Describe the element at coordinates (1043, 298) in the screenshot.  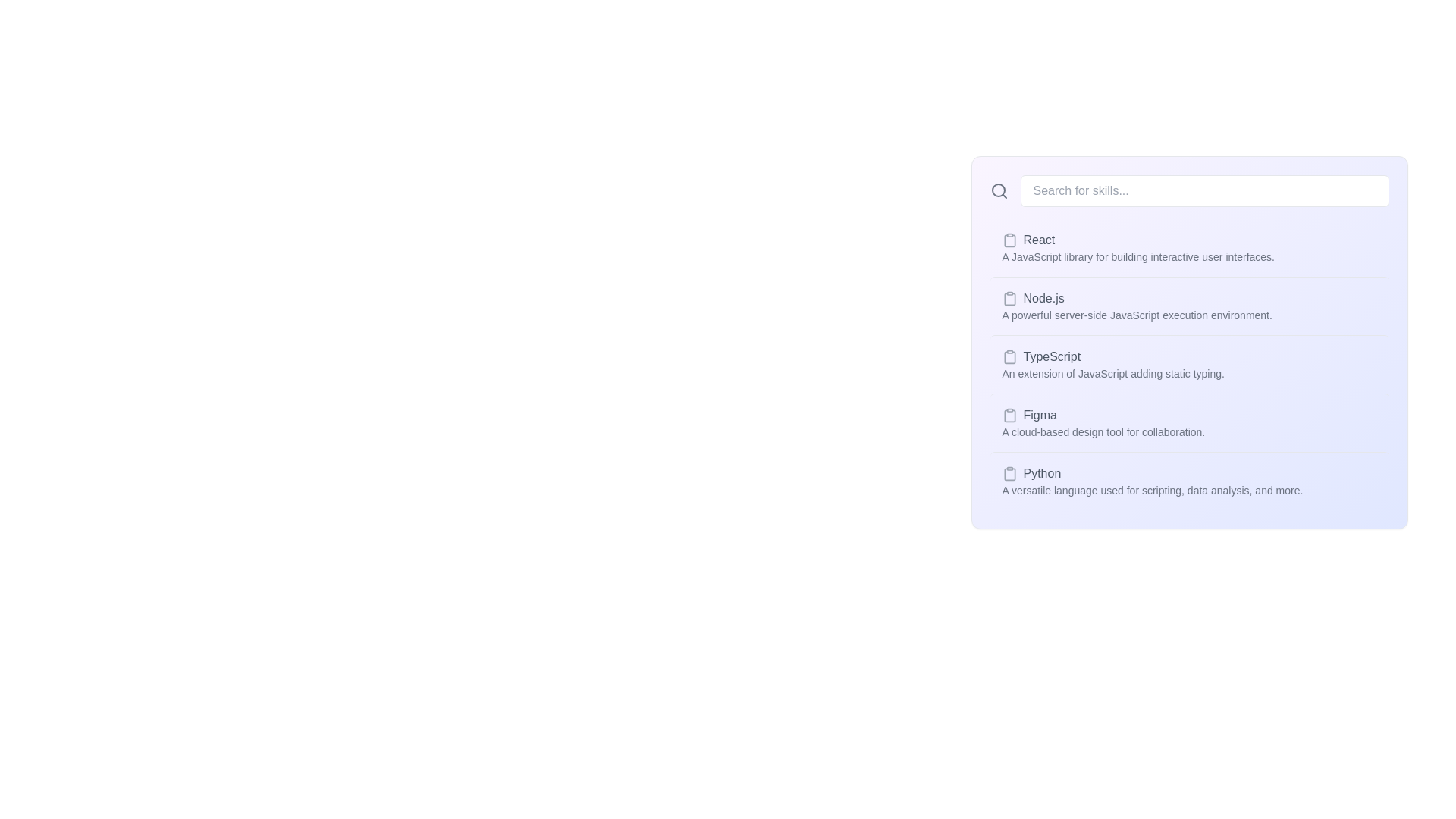
I see `the 'Node.js' text label element, which is styled with a medium-sized font and gray color, located in a vertical list adjacent to a clipboard icon` at that location.